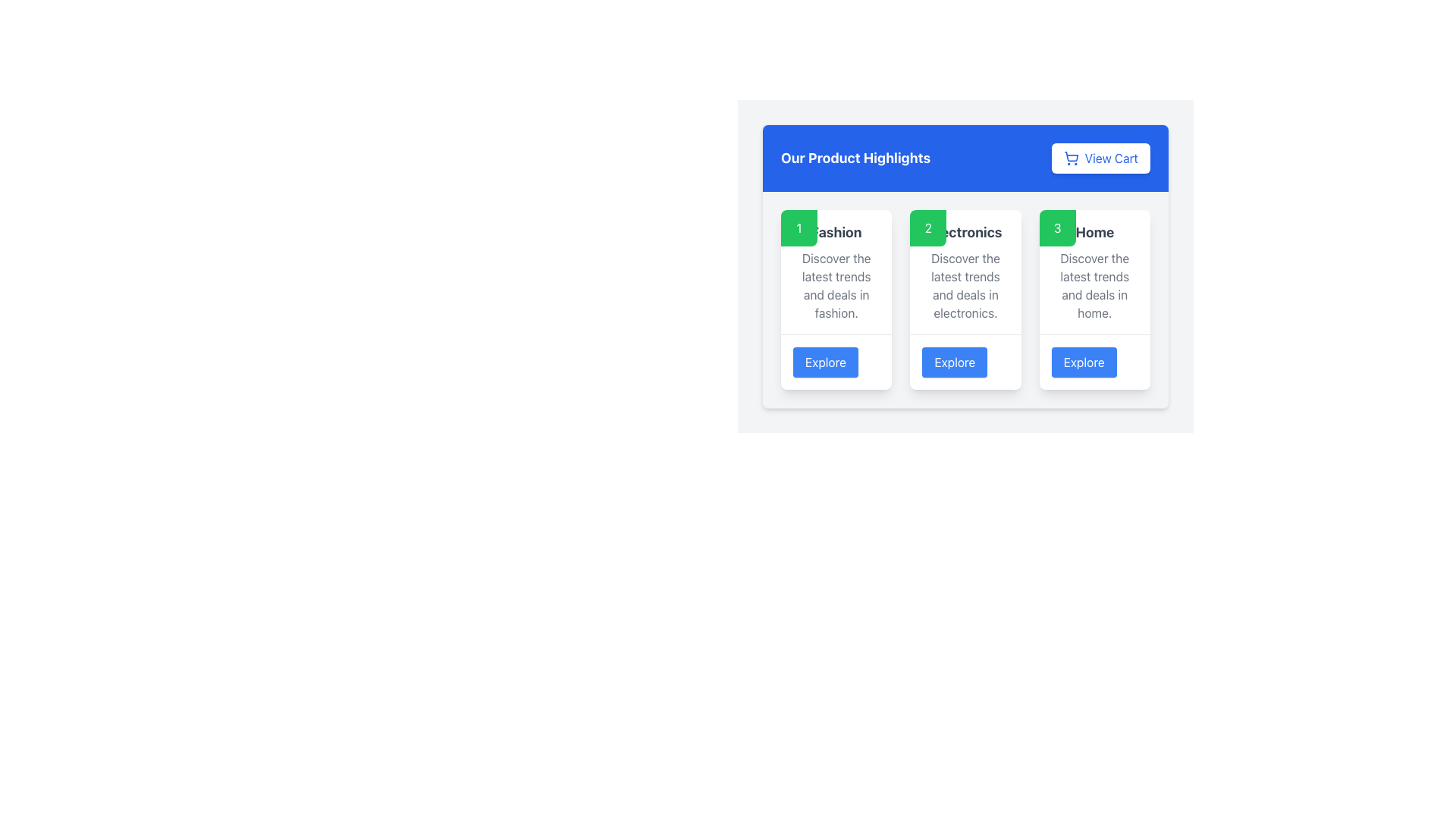 This screenshot has width=1456, height=819. I want to click on the text block that reads 'Discover the latest trends and deals in electronics.' located in the middle card of the three-card layout under 'Our Product Highlights', positioned below 'Electronics' and above the 'Explore' button, so click(965, 286).